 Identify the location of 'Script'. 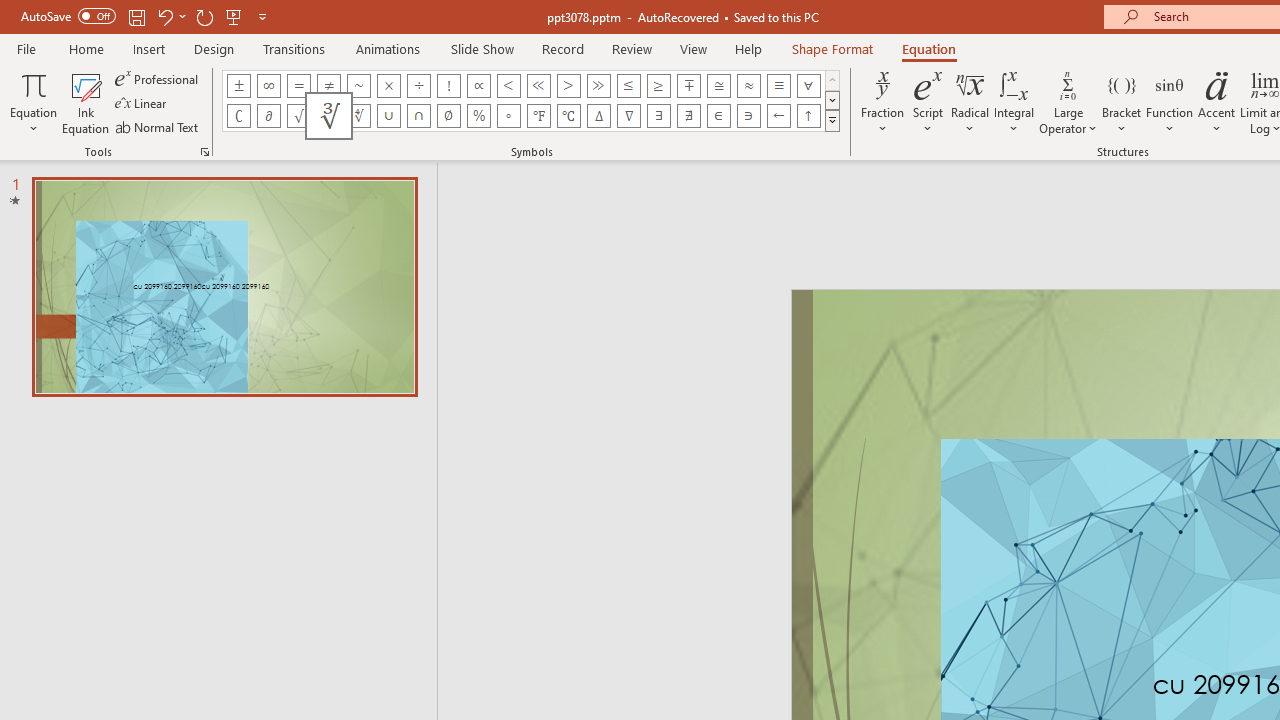
(927, 103).